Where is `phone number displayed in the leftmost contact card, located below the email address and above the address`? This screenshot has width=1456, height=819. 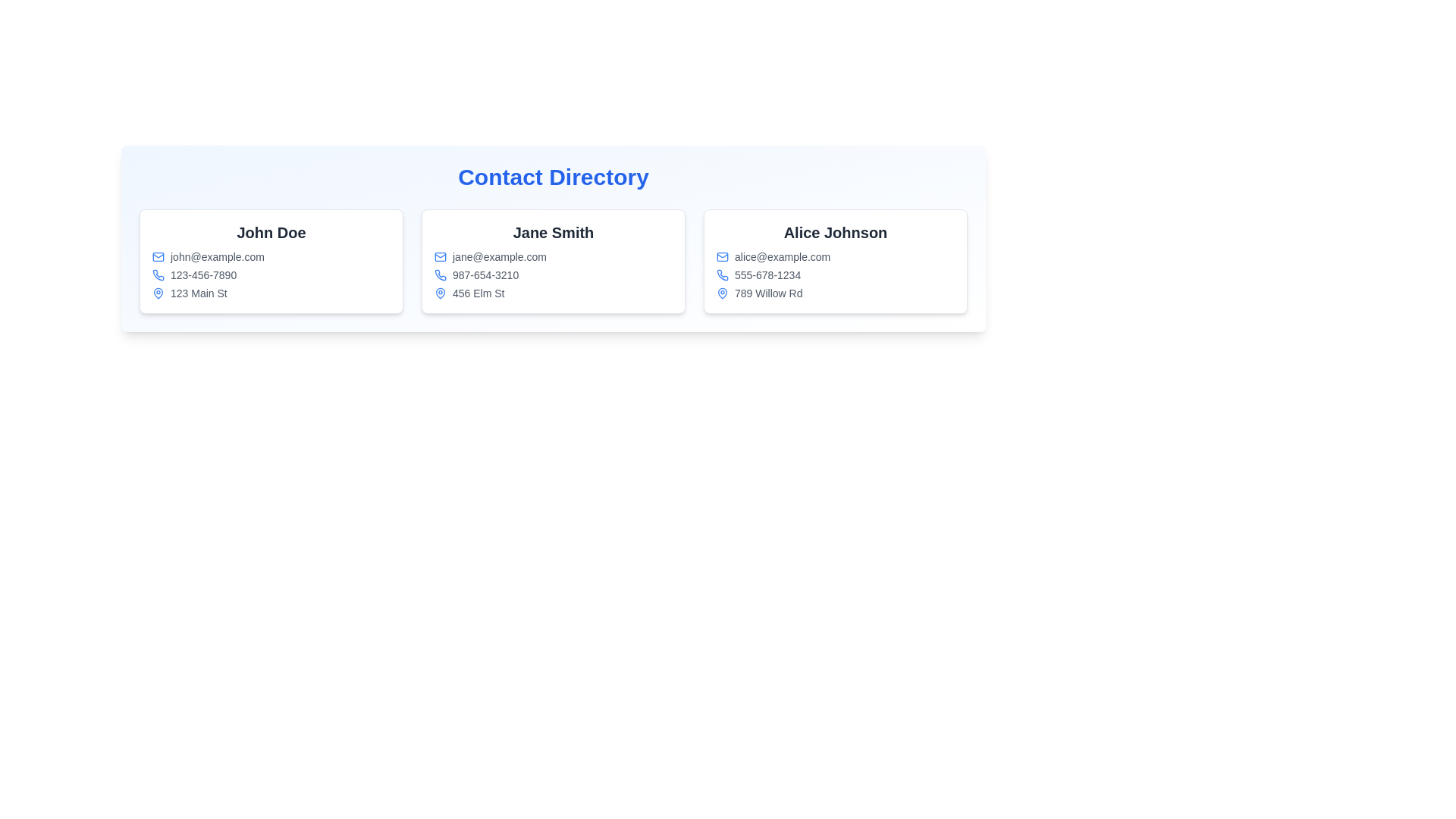
phone number displayed in the leftmost contact card, located below the email address and above the address is located at coordinates (271, 275).